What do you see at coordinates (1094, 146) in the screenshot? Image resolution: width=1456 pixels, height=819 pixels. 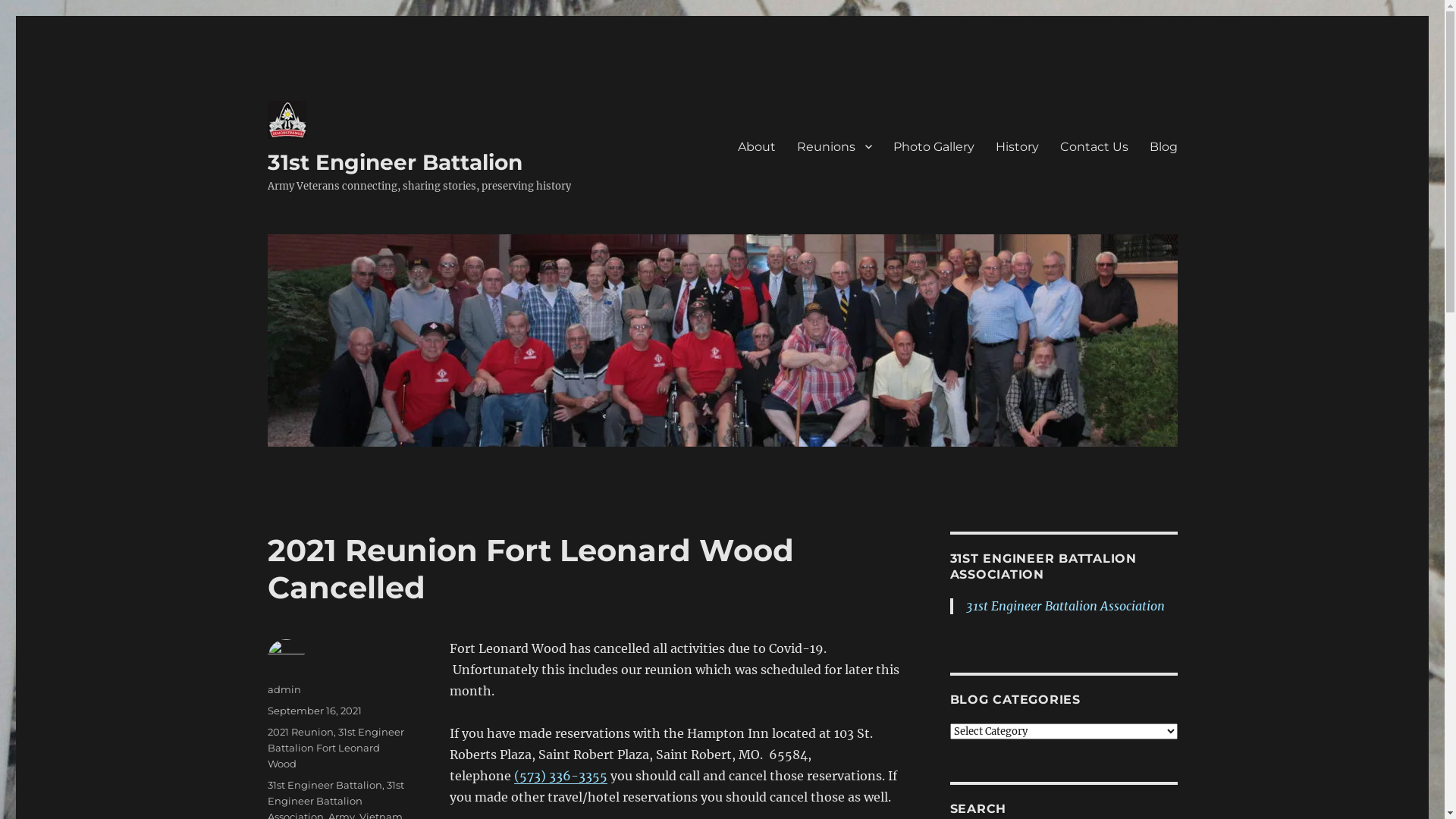 I see `'Contact Us'` at bounding box center [1094, 146].